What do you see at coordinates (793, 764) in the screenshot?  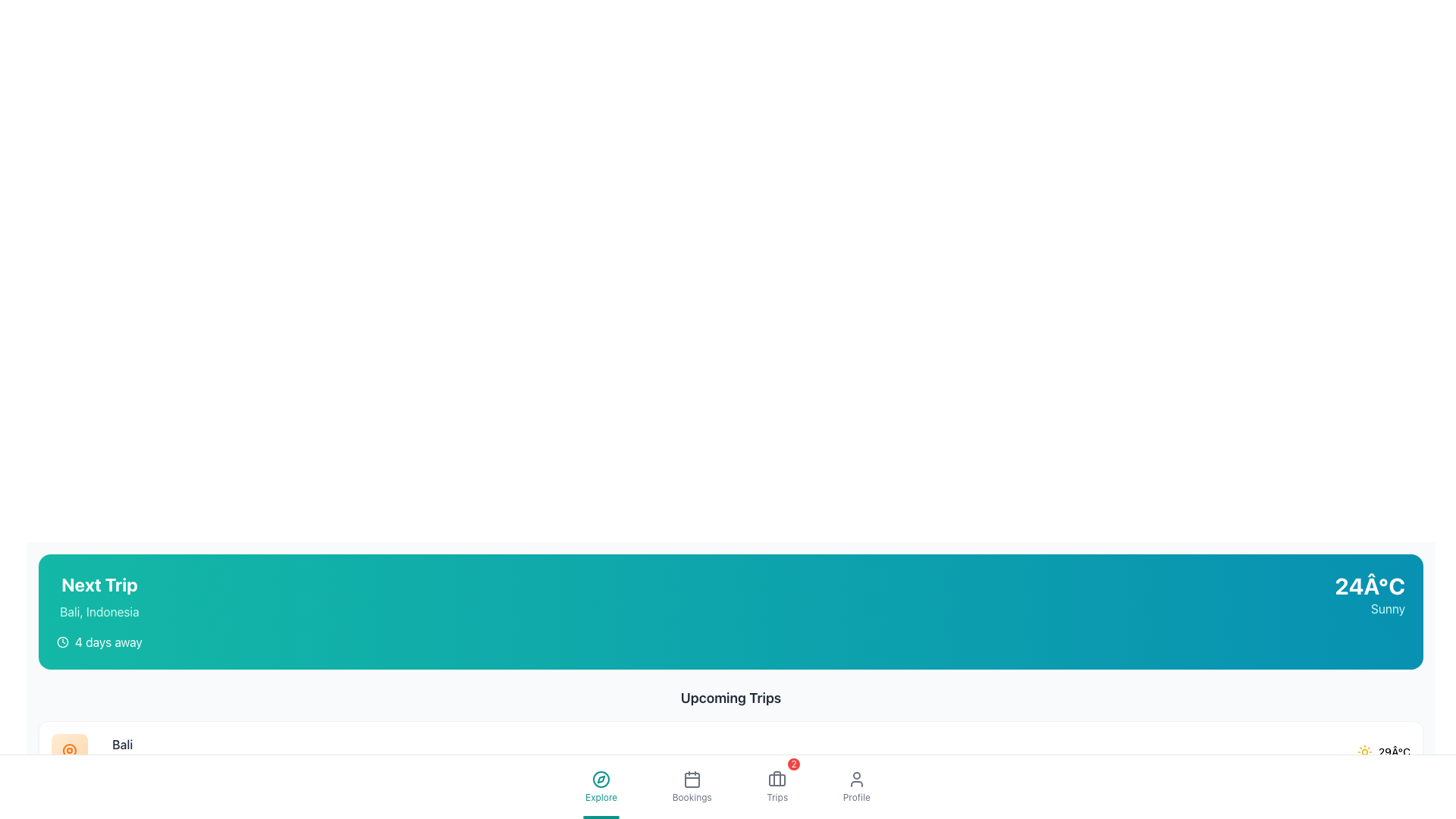 I see `the small circular badge with a red background and white text displaying the number '2', located at the top-right corner of the 'Trips' item in the bottom navigation bar` at bounding box center [793, 764].